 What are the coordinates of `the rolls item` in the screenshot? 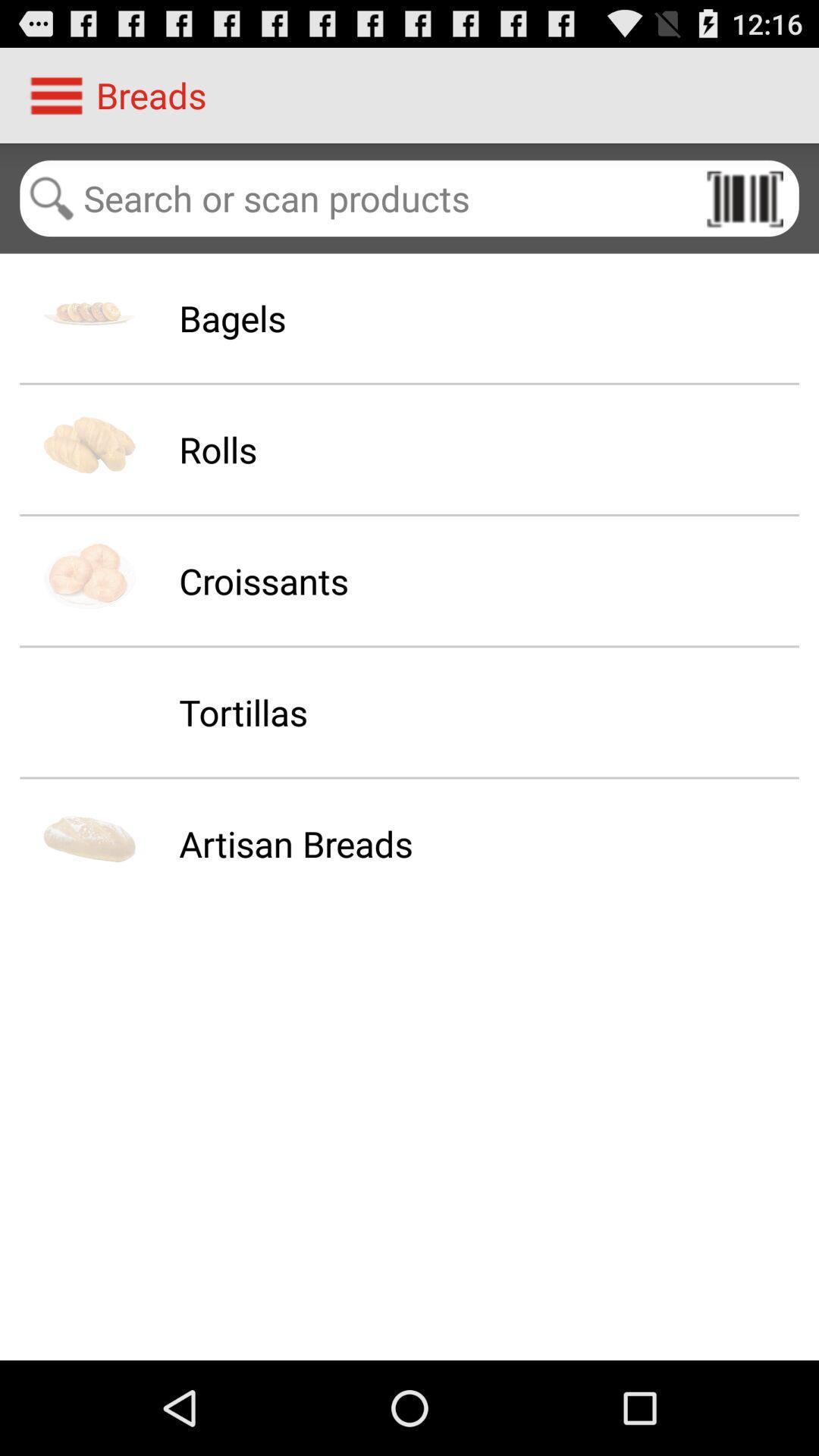 It's located at (218, 448).